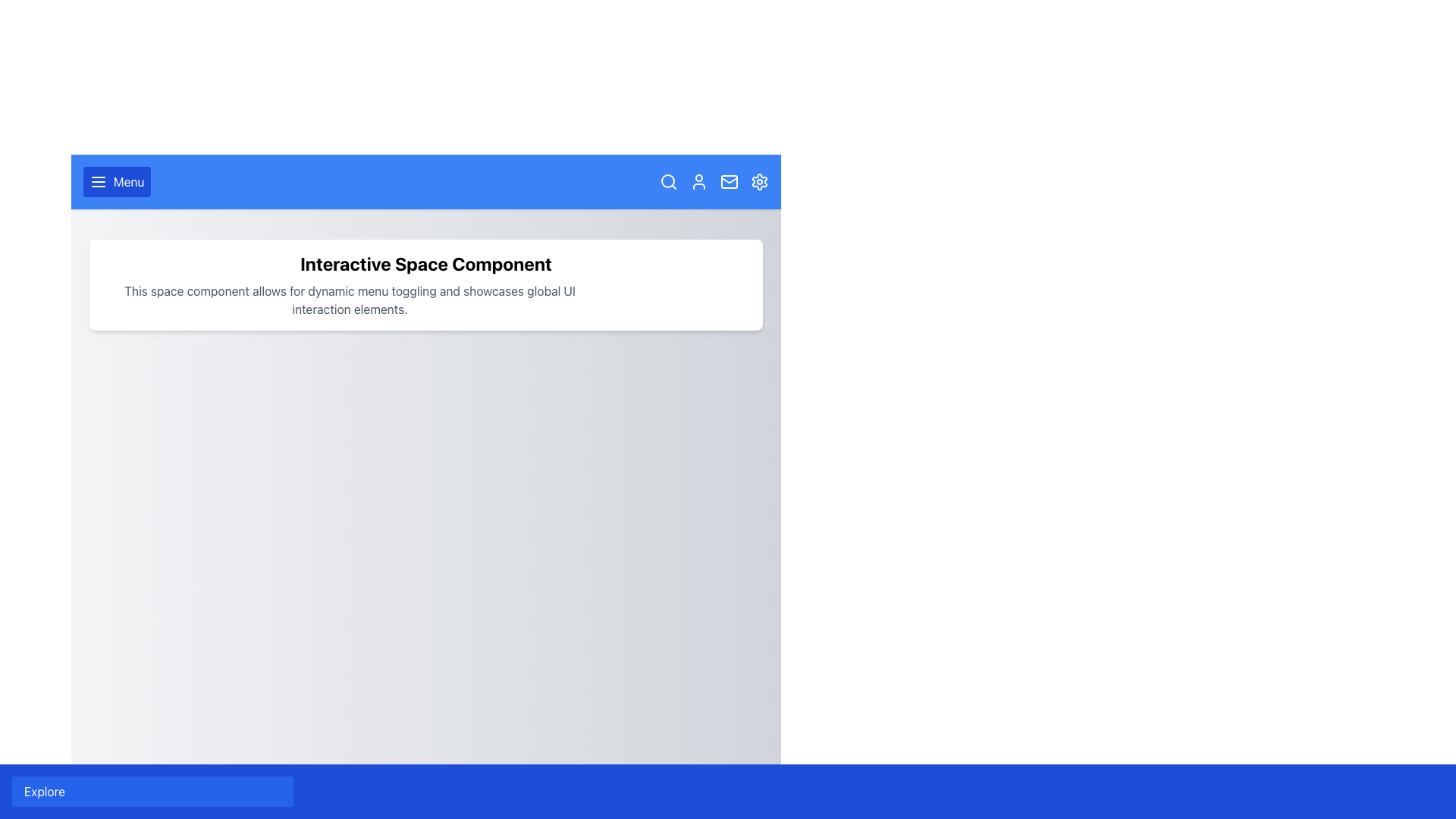 Image resolution: width=1456 pixels, height=819 pixels. Describe the element at coordinates (698, 180) in the screenshot. I see `the user profile button located at the top-right corner of the interface, positioned between the search icon and the notification/settings icons` at that location.